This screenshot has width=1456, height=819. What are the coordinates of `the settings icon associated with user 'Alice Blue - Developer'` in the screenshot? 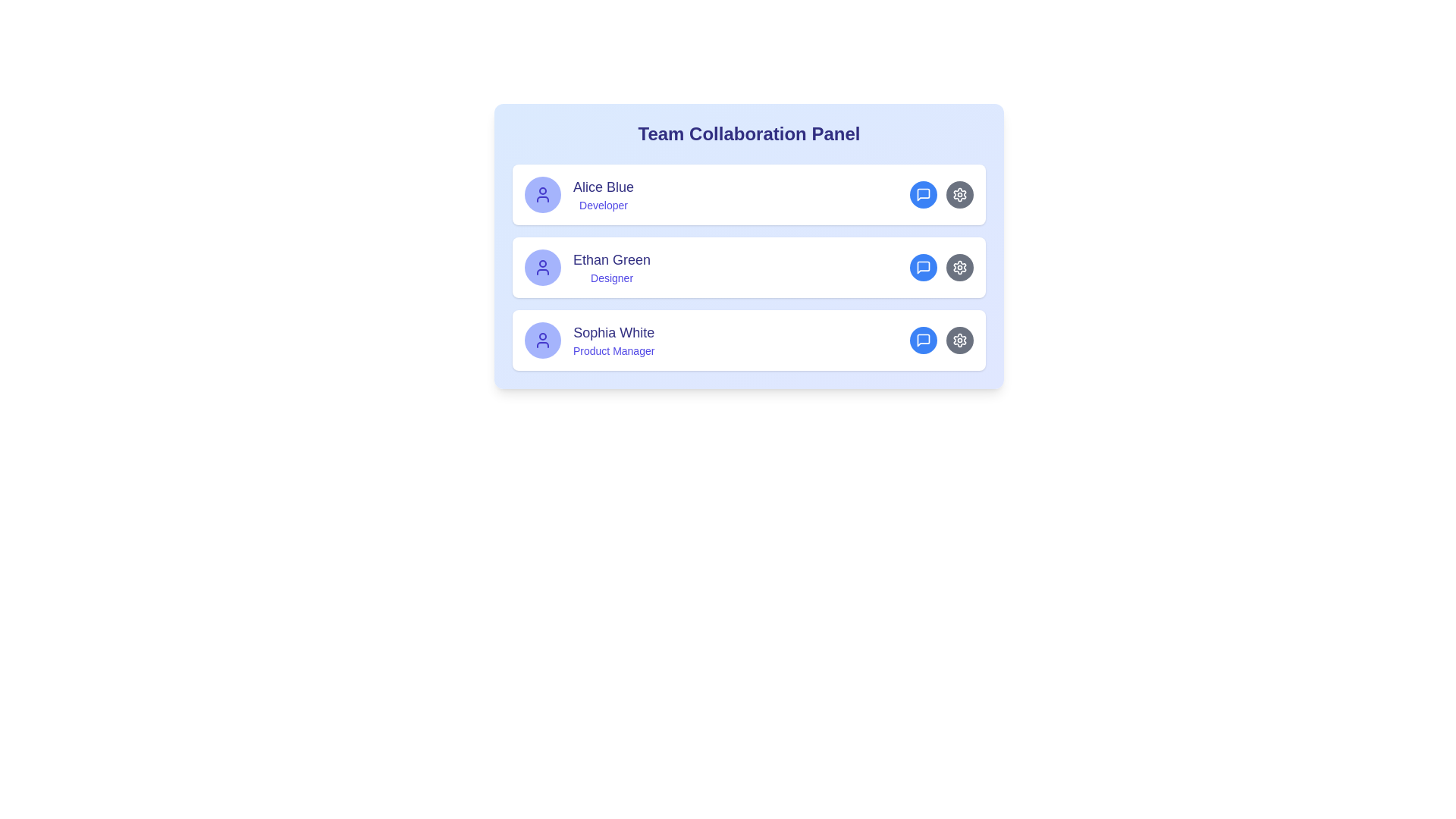 It's located at (959, 194).